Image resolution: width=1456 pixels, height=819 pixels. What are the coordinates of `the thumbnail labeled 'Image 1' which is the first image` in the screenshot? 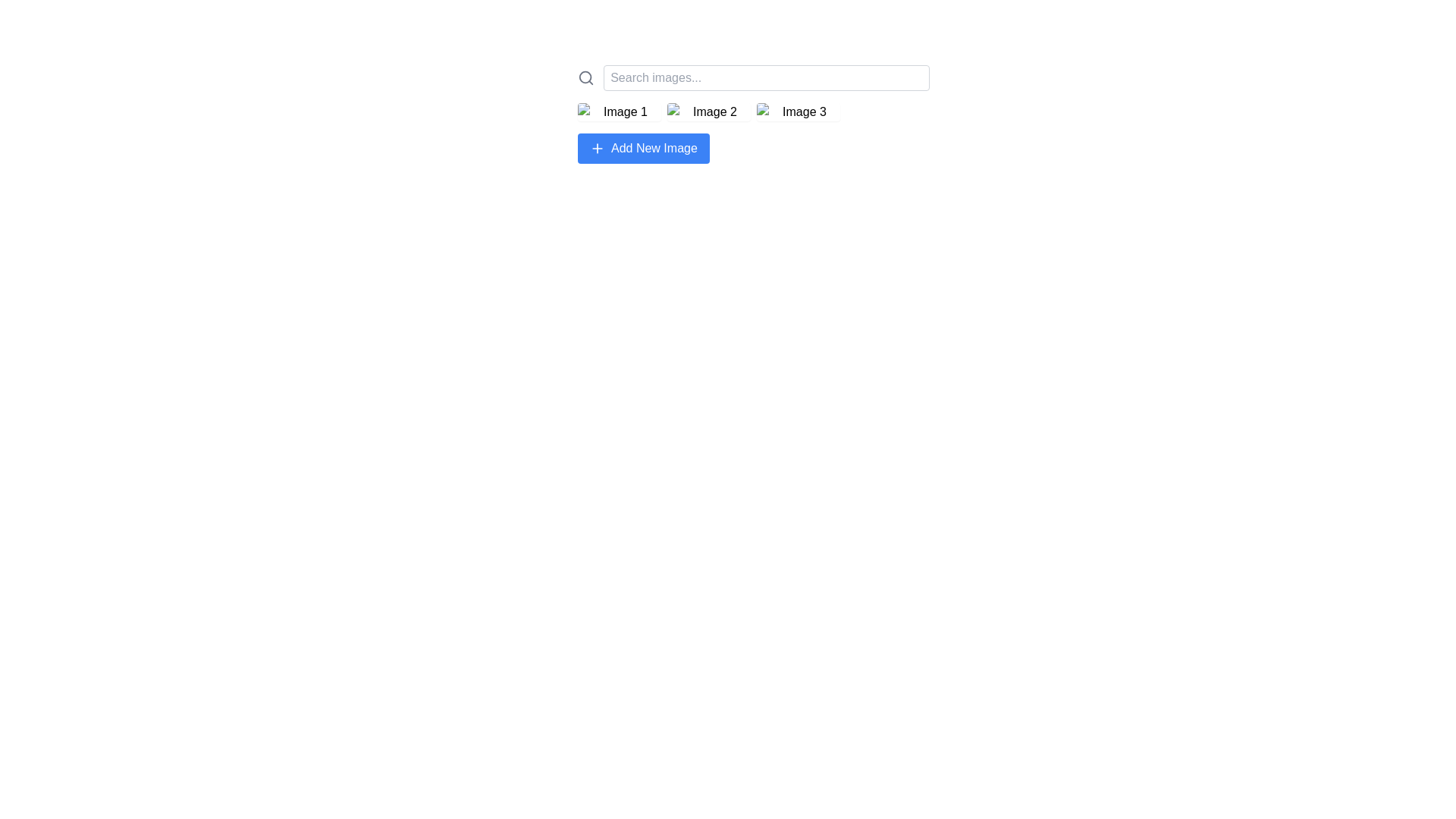 It's located at (619, 111).